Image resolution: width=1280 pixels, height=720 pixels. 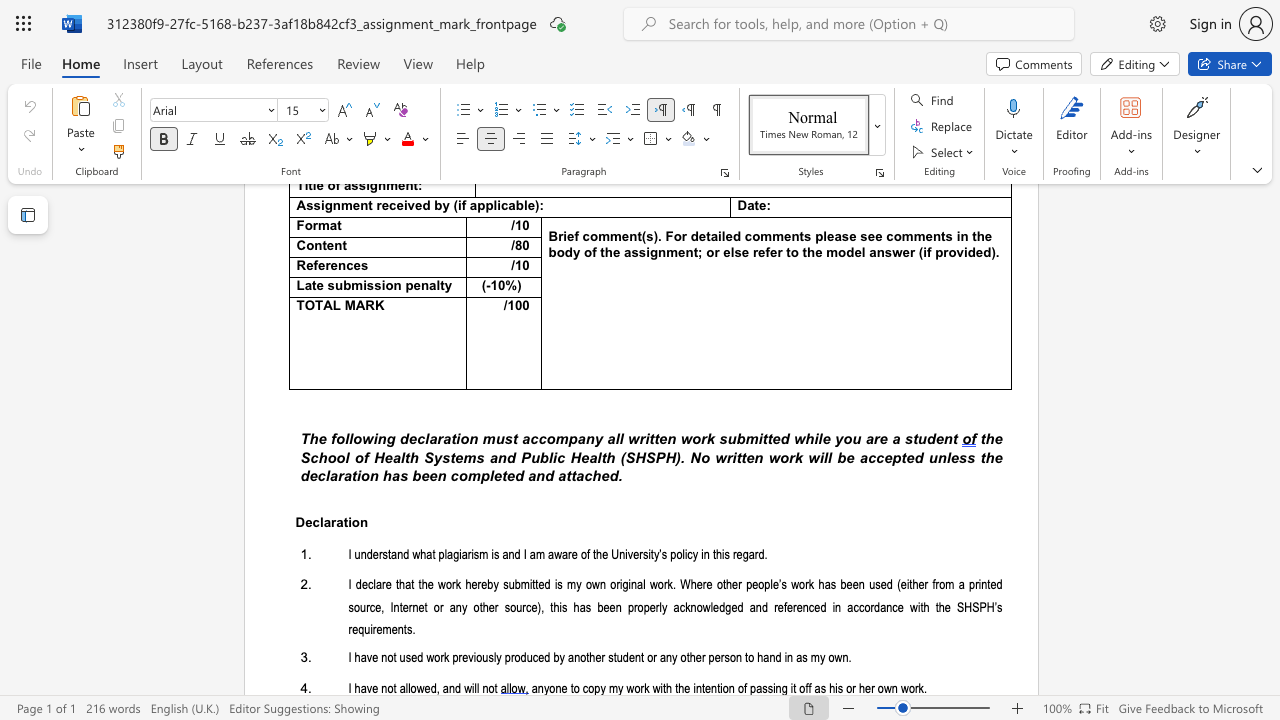 I want to click on the subset text "owin" within the text "following d", so click(x=353, y=438).